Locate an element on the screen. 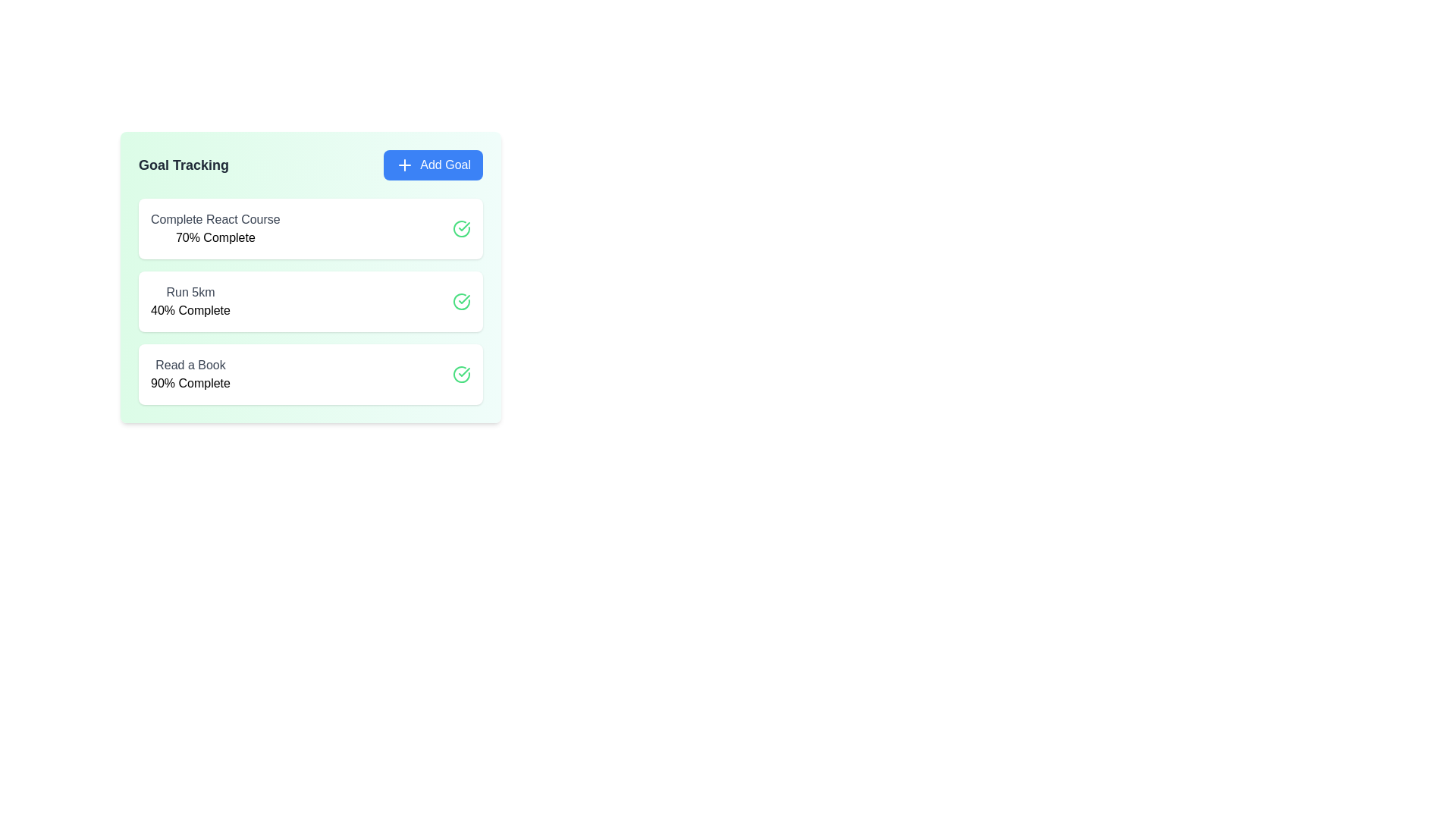  the text display element that shows '40% Complete', which is located below the 'Run 5km' progress description in the task card interface is located at coordinates (190, 309).